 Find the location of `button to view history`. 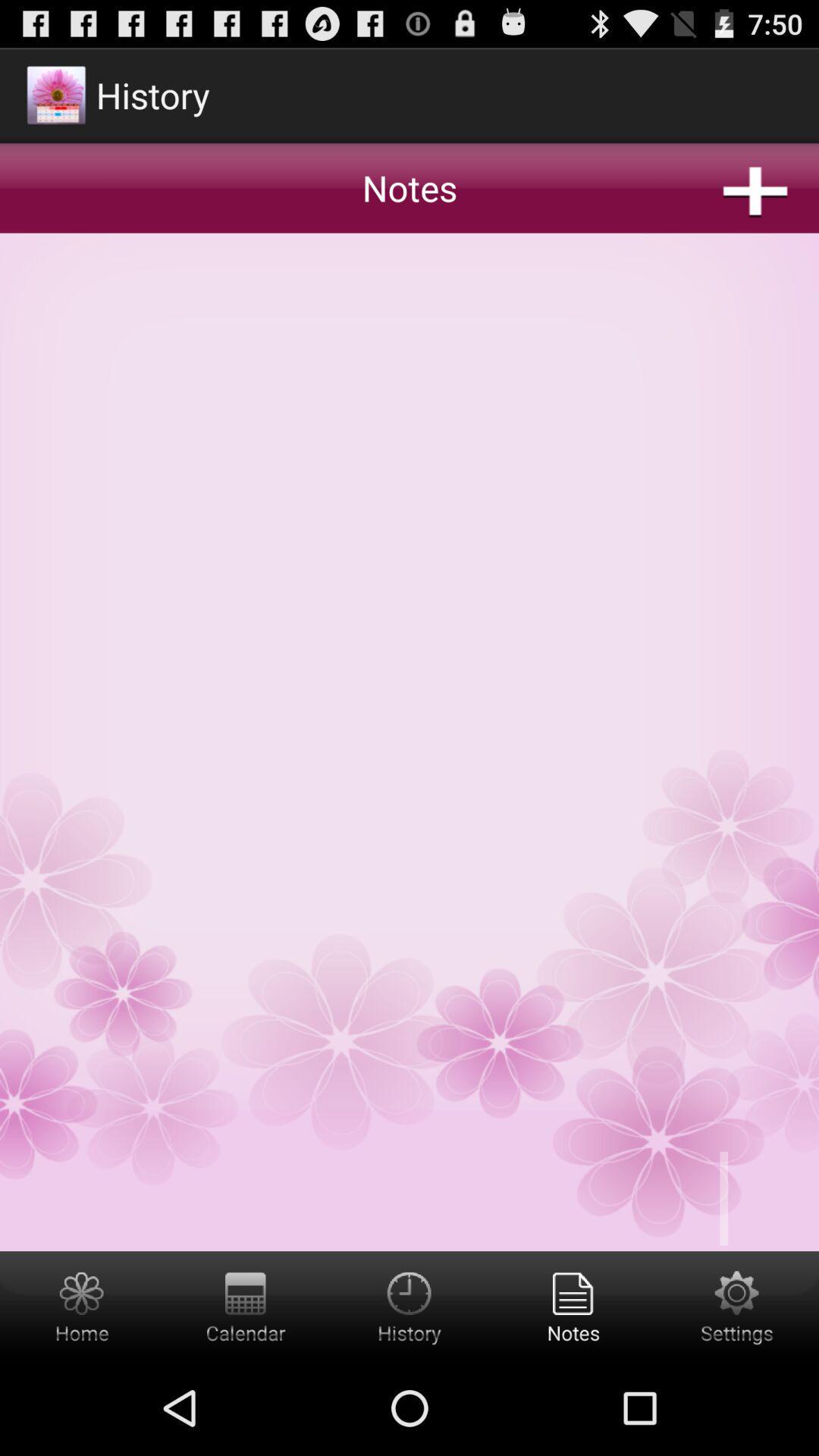

button to view history is located at coordinates (409, 1305).